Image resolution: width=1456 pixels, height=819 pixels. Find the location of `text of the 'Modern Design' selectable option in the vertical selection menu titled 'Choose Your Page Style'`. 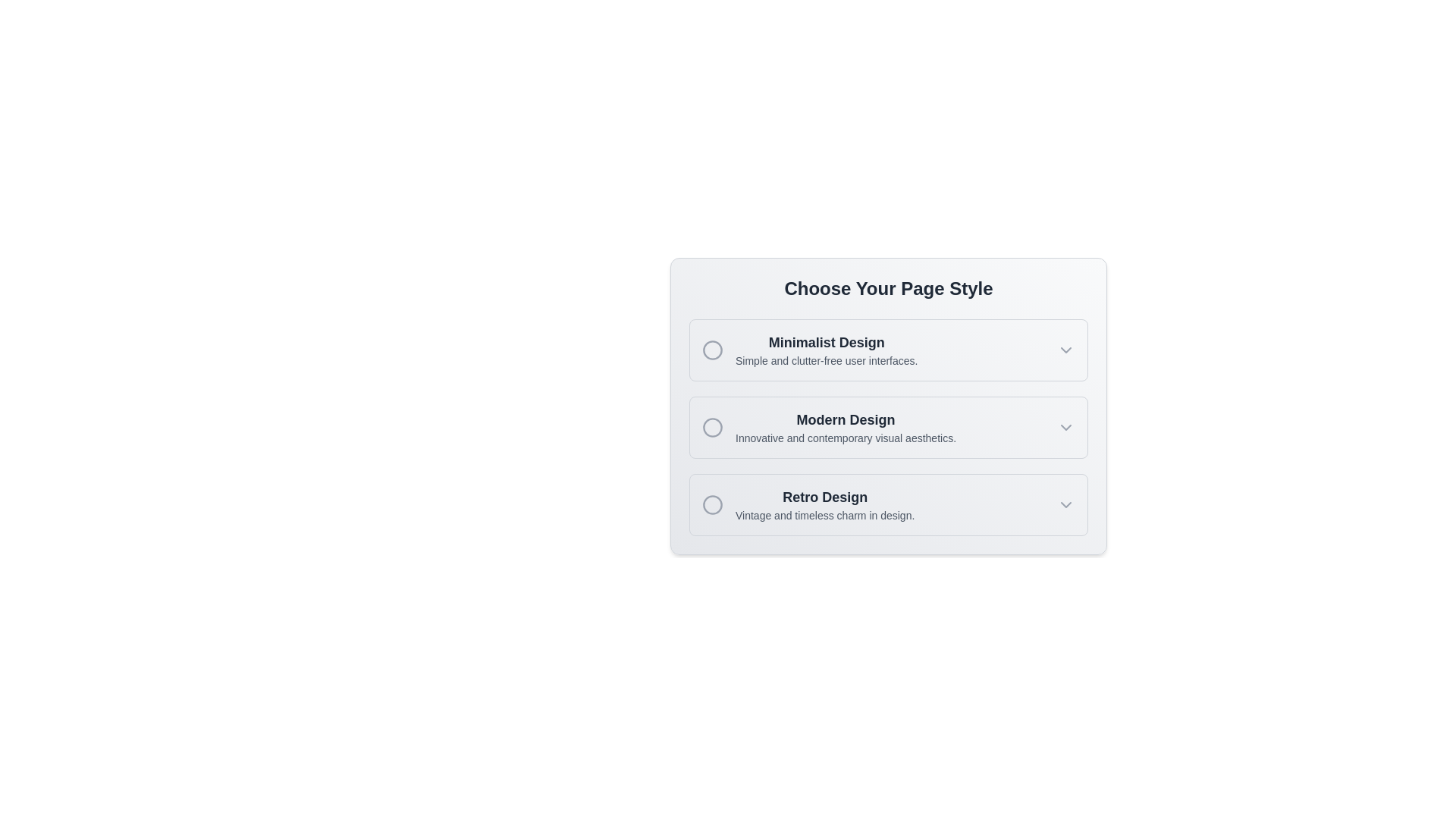

text of the 'Modern Design' selectable option in the vertical selection menu titled 'Choose Your Page Style' is located at coordinates (828, 427).